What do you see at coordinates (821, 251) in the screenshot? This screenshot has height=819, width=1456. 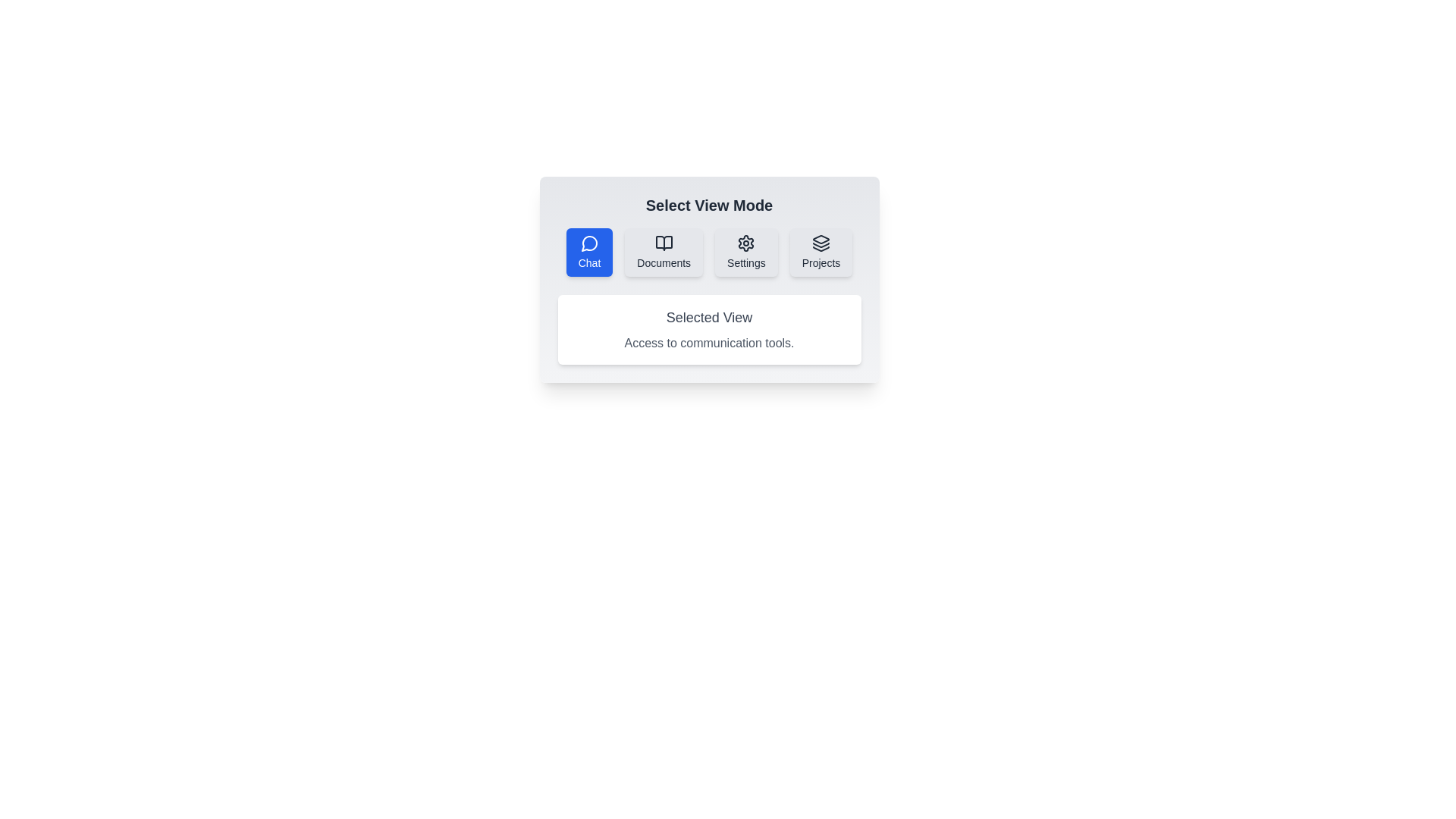 I see `the button labeled 'Projects' to observe its hover effect` at bounding box center [821, 251].